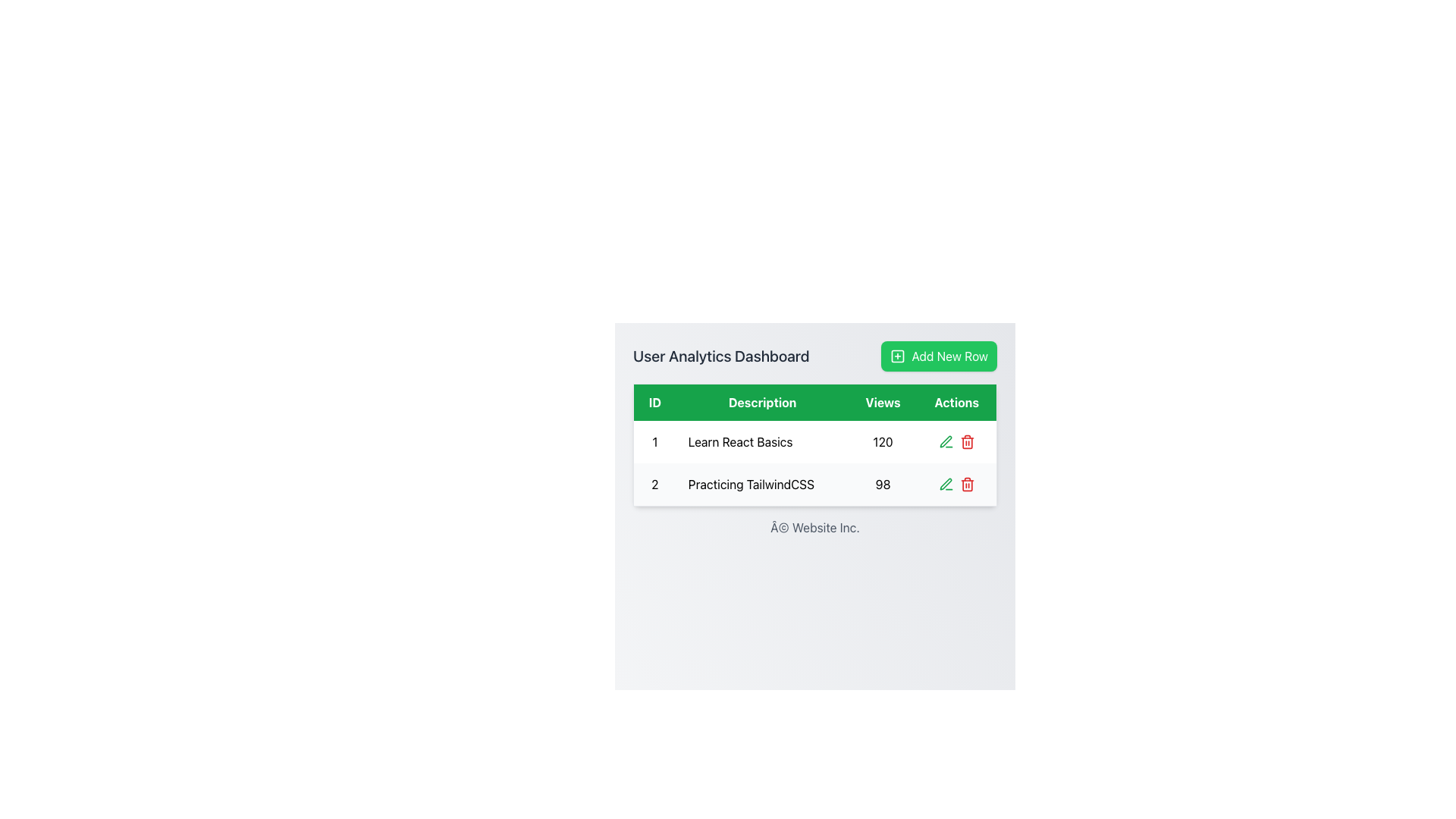  I want to click on the button located in the header section of the 'User Analytics Dashboard', so click(938, 356).